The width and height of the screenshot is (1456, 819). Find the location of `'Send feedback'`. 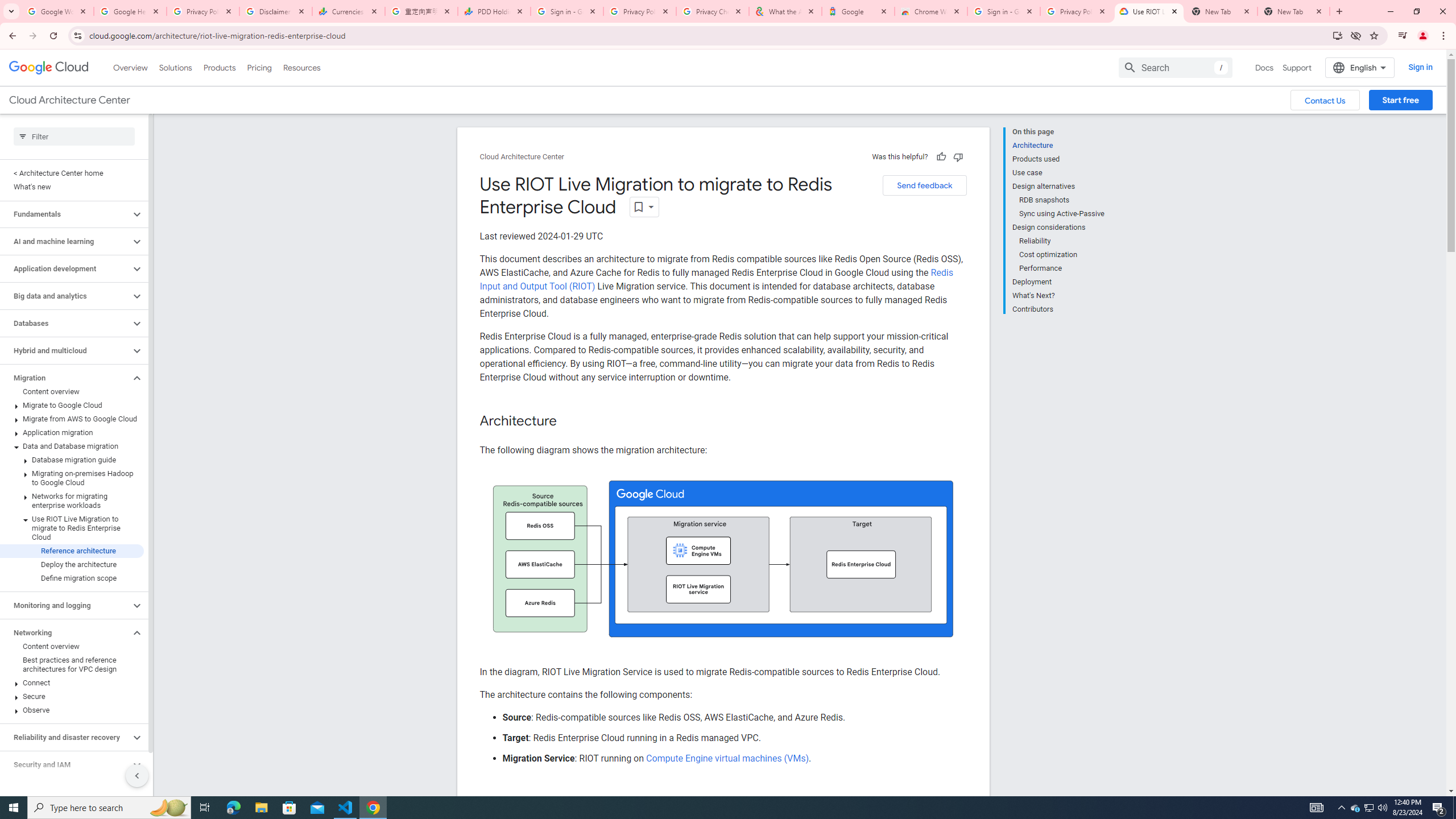

'Send feedback' is located at coordinates (924, 185).